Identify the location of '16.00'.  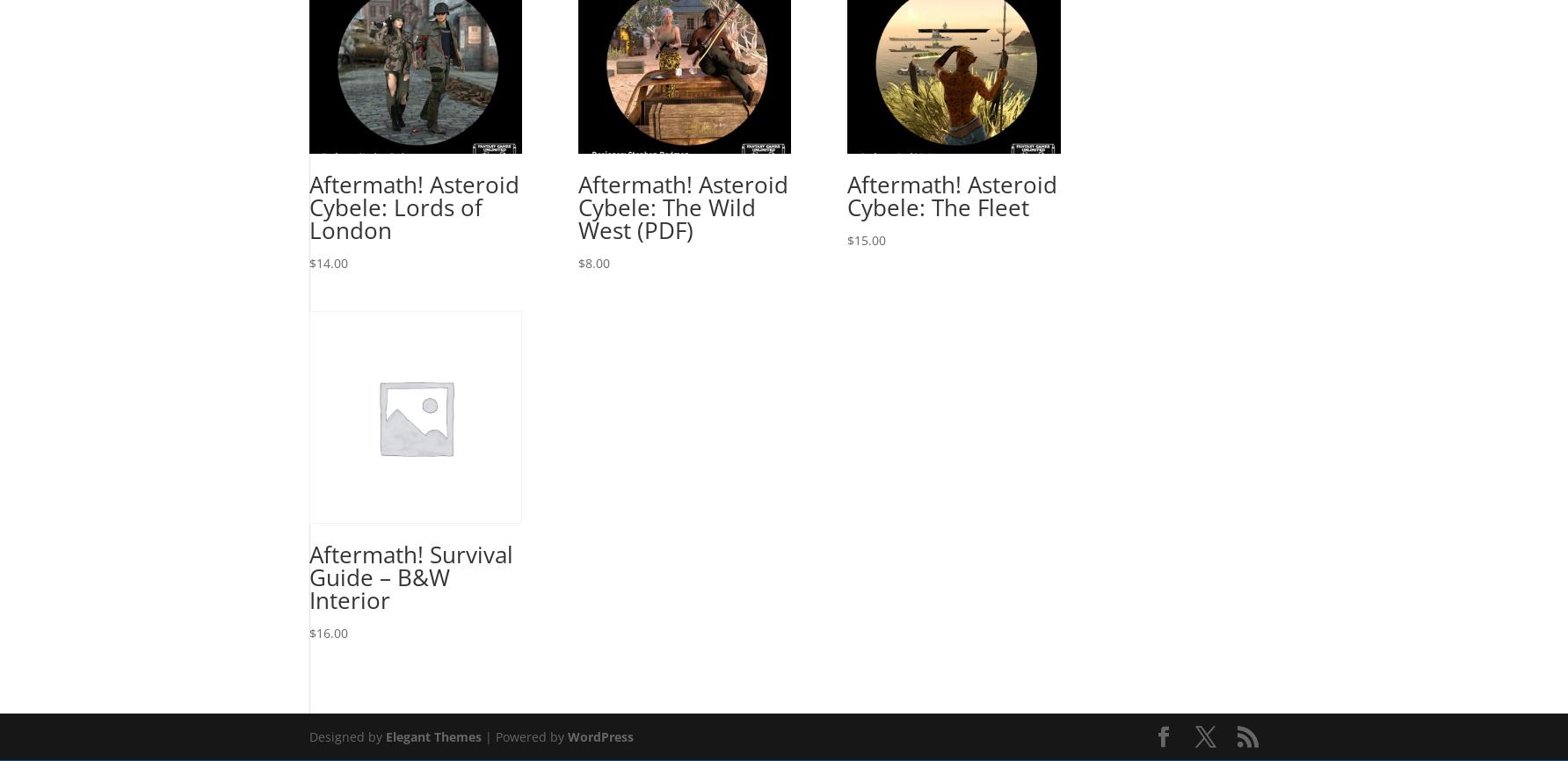
(331, 631).